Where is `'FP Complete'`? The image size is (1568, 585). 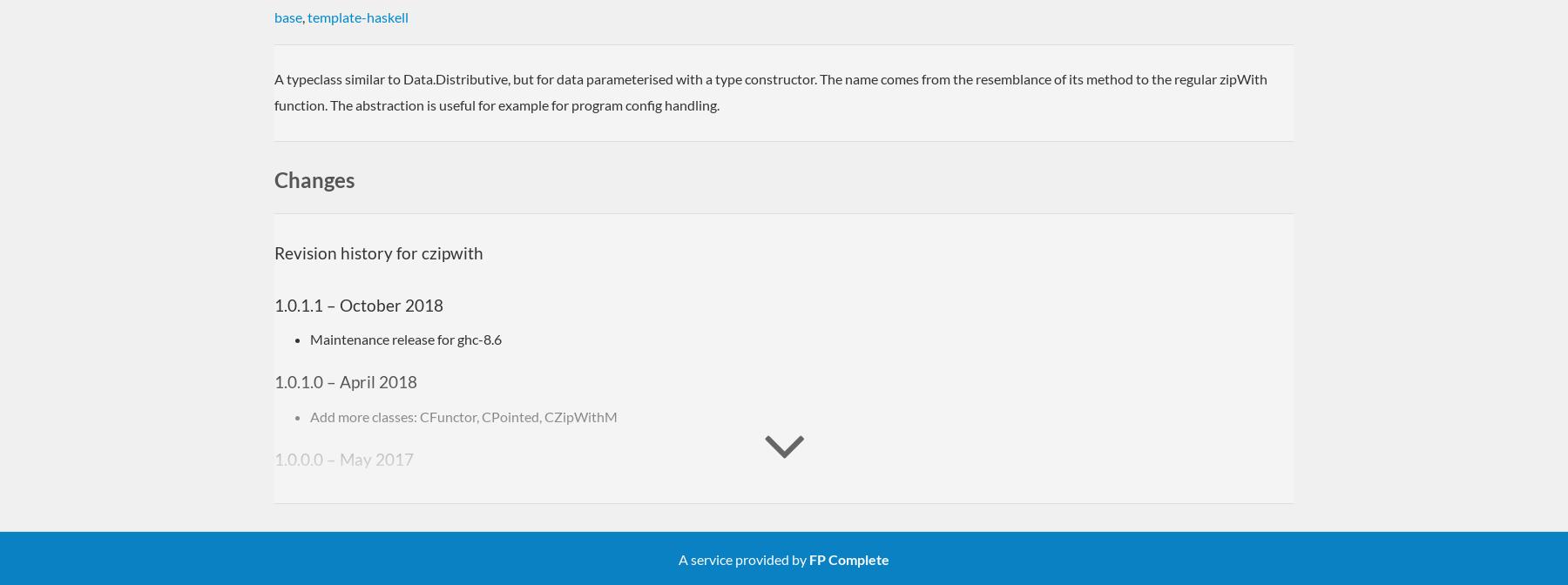
'FP Complete' is located at coordinates (848, 558).